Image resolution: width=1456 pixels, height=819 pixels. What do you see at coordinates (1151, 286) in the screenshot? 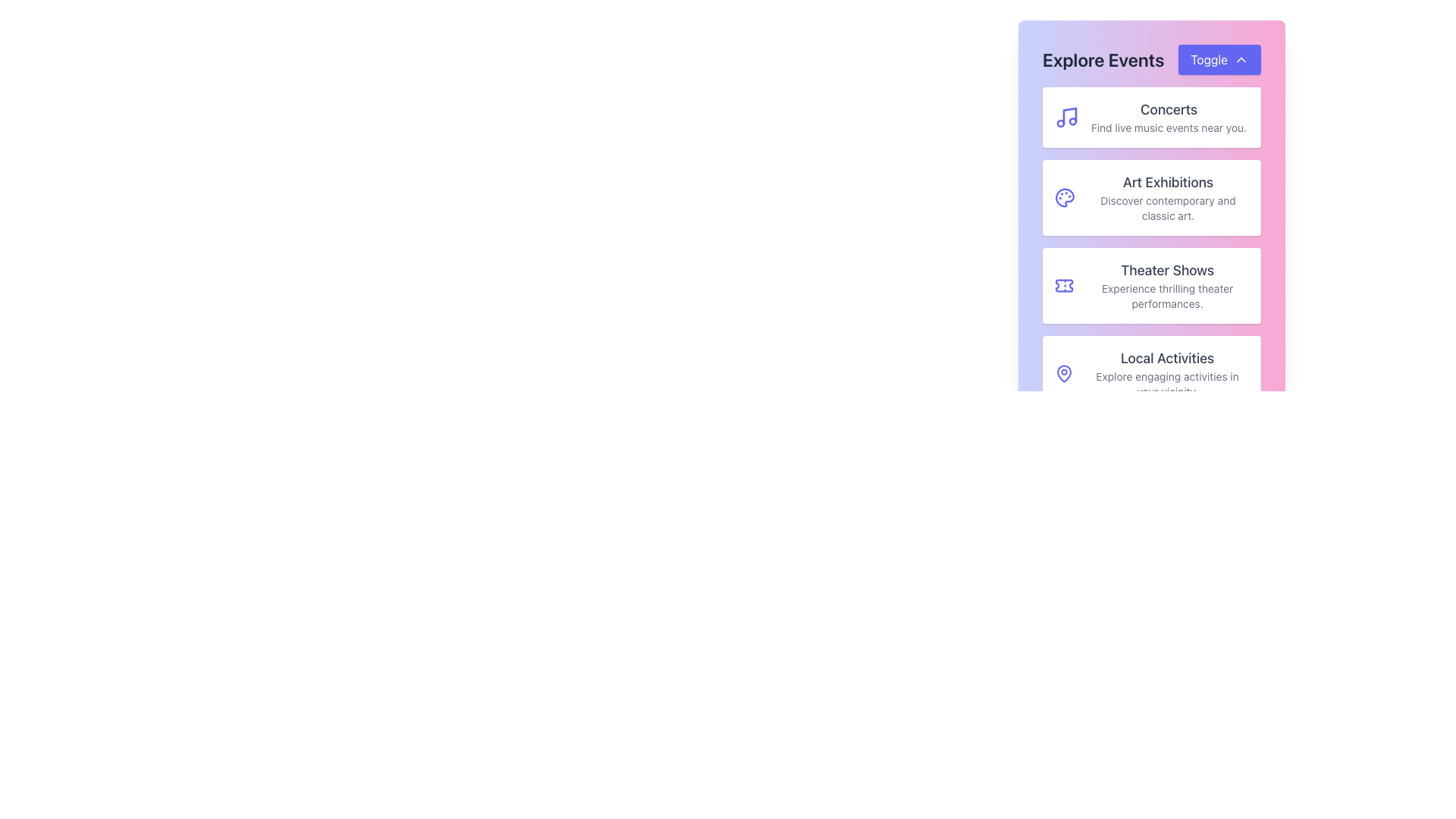
I see `the interactive card labeled 'Theater Shows', which is the third item in a vertical list and features an indigo ticket icon on the left, followed by two lines of text describing theater performances` at bounding box center [1151, 286].